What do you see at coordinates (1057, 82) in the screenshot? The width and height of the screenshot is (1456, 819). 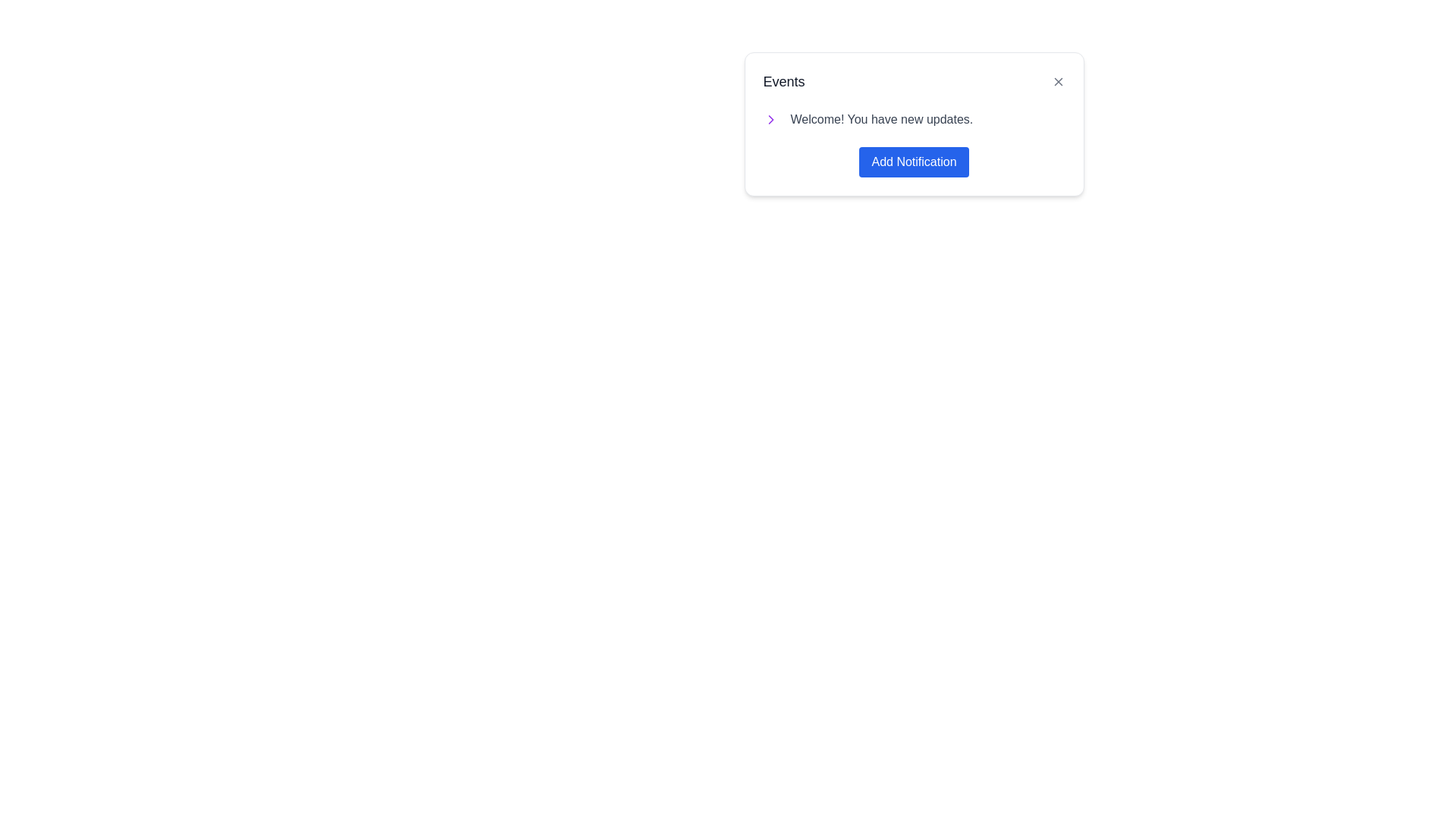 I see `the Close Icon, which is a diagonal cross located at the top-right corner of the card` at bounding box center [1057, 82].